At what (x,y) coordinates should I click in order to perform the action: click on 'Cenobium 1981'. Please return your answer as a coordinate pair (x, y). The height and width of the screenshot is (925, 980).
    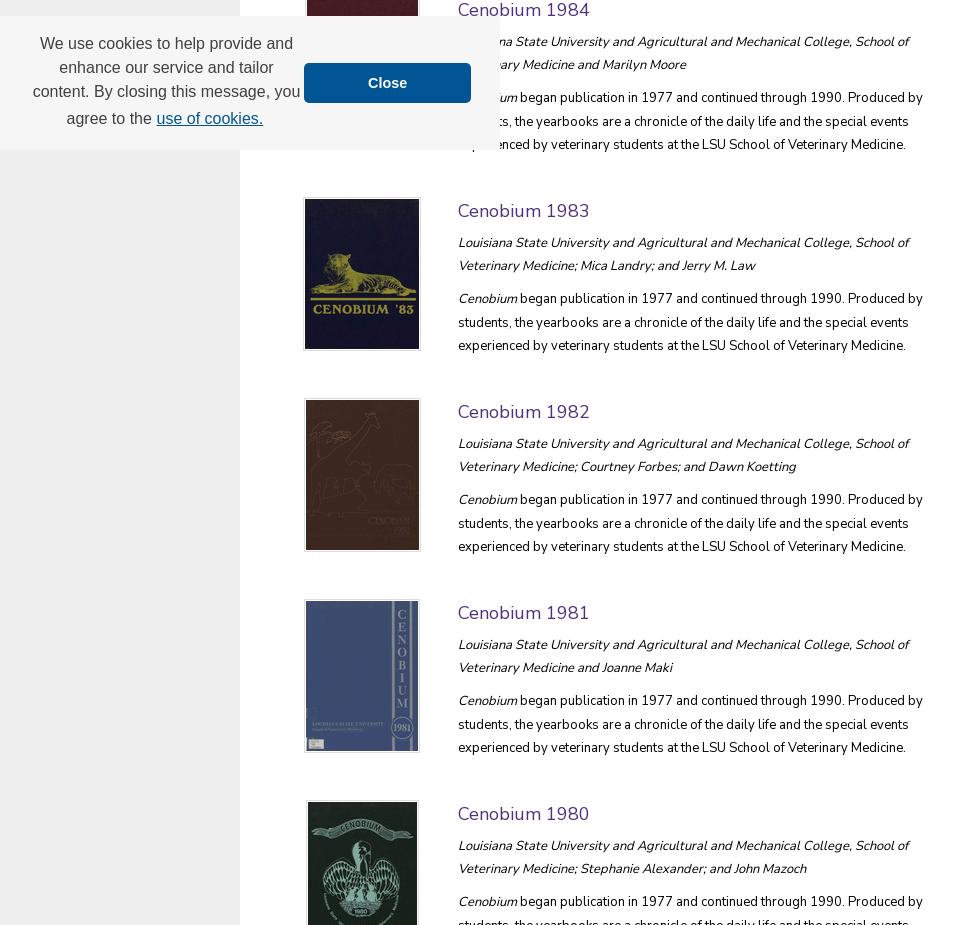
    Looking at the image, I should click on (524, 611).